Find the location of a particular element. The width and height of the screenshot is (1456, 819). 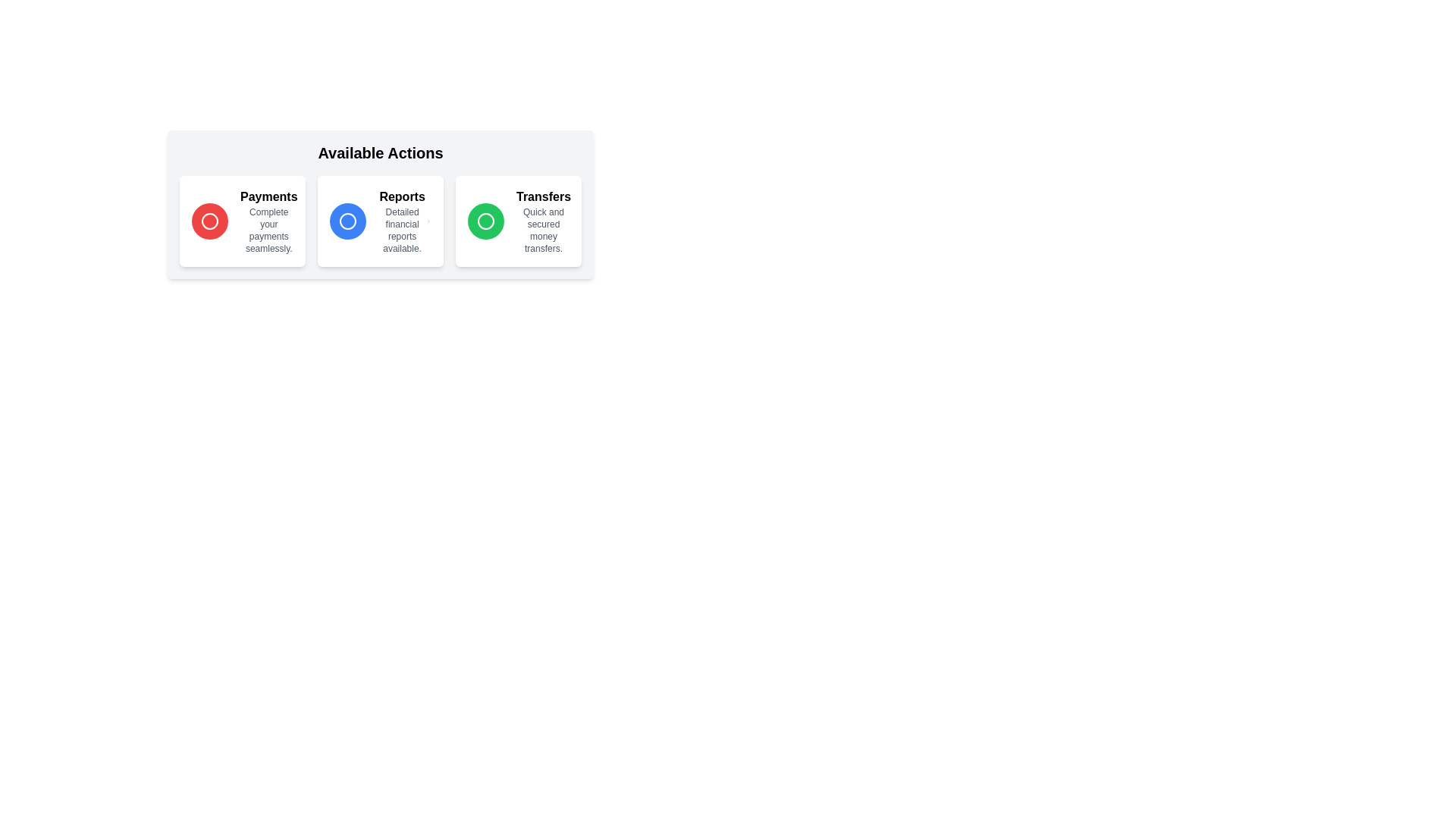

the static text that explains the functionality of the 'Transfers' feature, located beneath the 'Transfers' label in the rightmost column of the grid is located at coordinates (543, 231).